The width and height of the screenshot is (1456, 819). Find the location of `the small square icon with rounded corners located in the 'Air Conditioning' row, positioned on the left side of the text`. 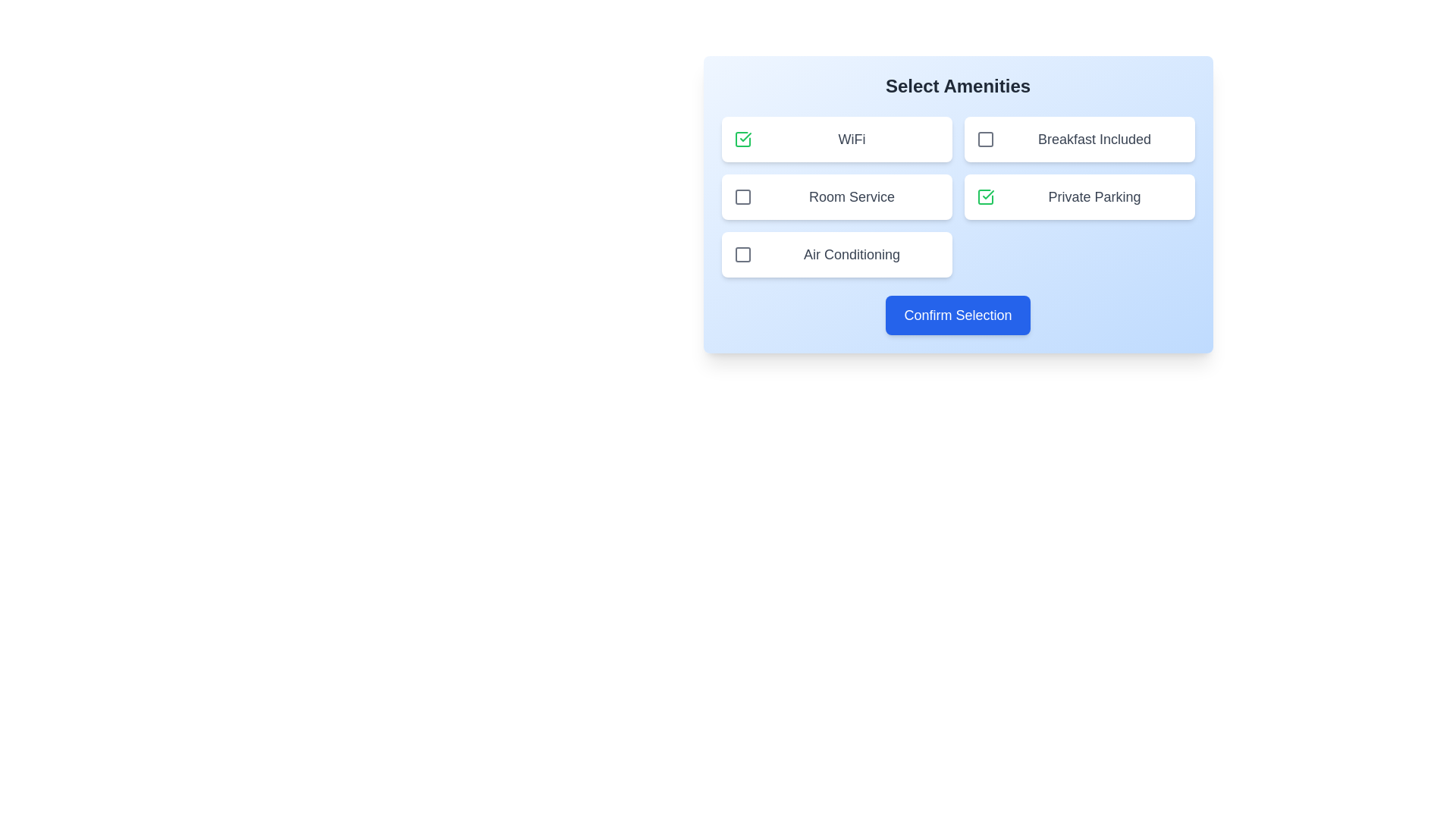

the small square icon with rounded corners located in the 'Air Conditioning' row, positioned on the left side of the text is located at coordinates (742, 253).